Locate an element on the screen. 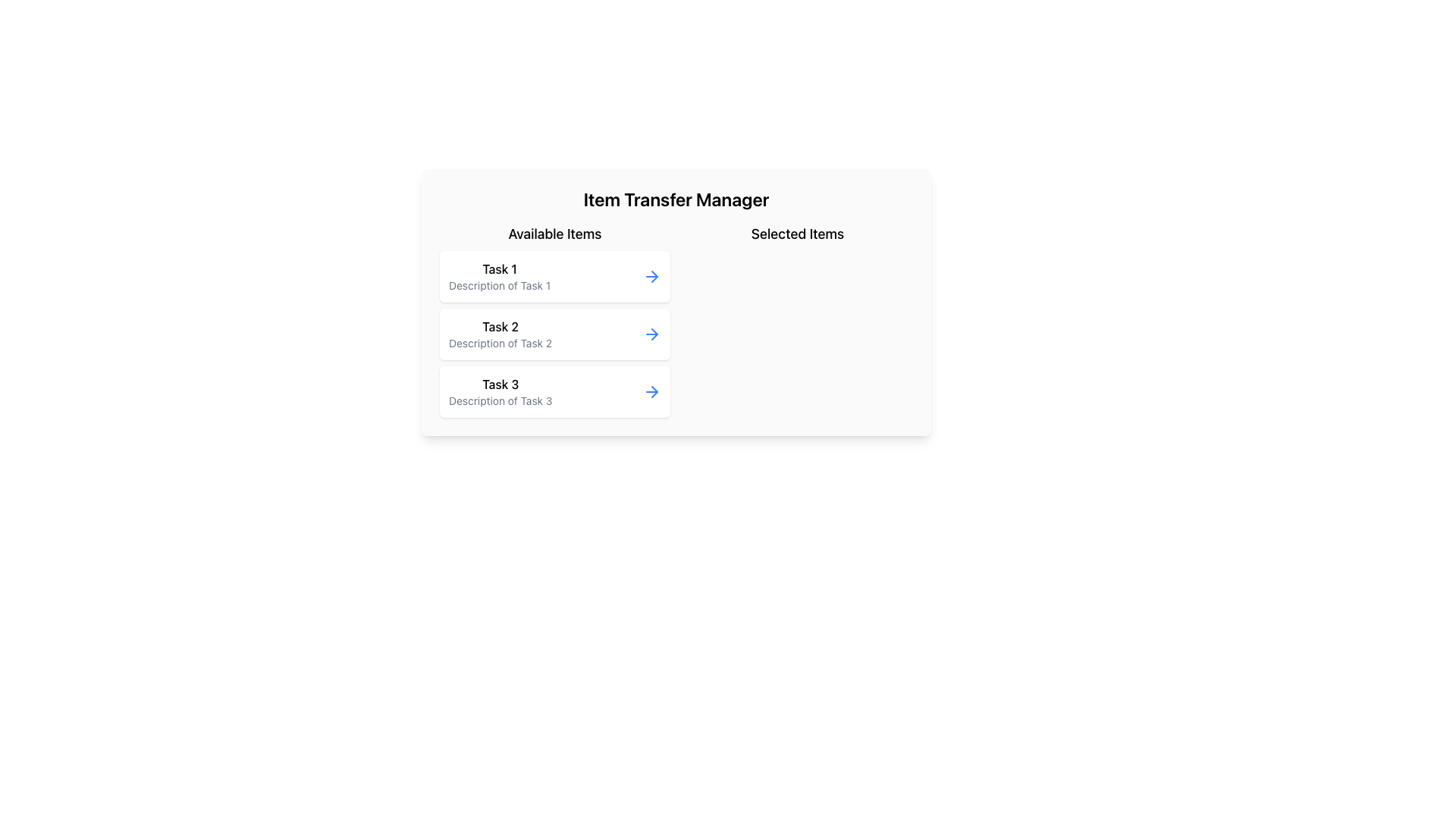 Image resolution: width=1456 pixels, height=819 pixels. the text label component that provides a short descriptive text about 'Task 2', located centrally within the 'Available Items' section, directly below the bolded 'Task 2' title is located at coordinates (500, 343).